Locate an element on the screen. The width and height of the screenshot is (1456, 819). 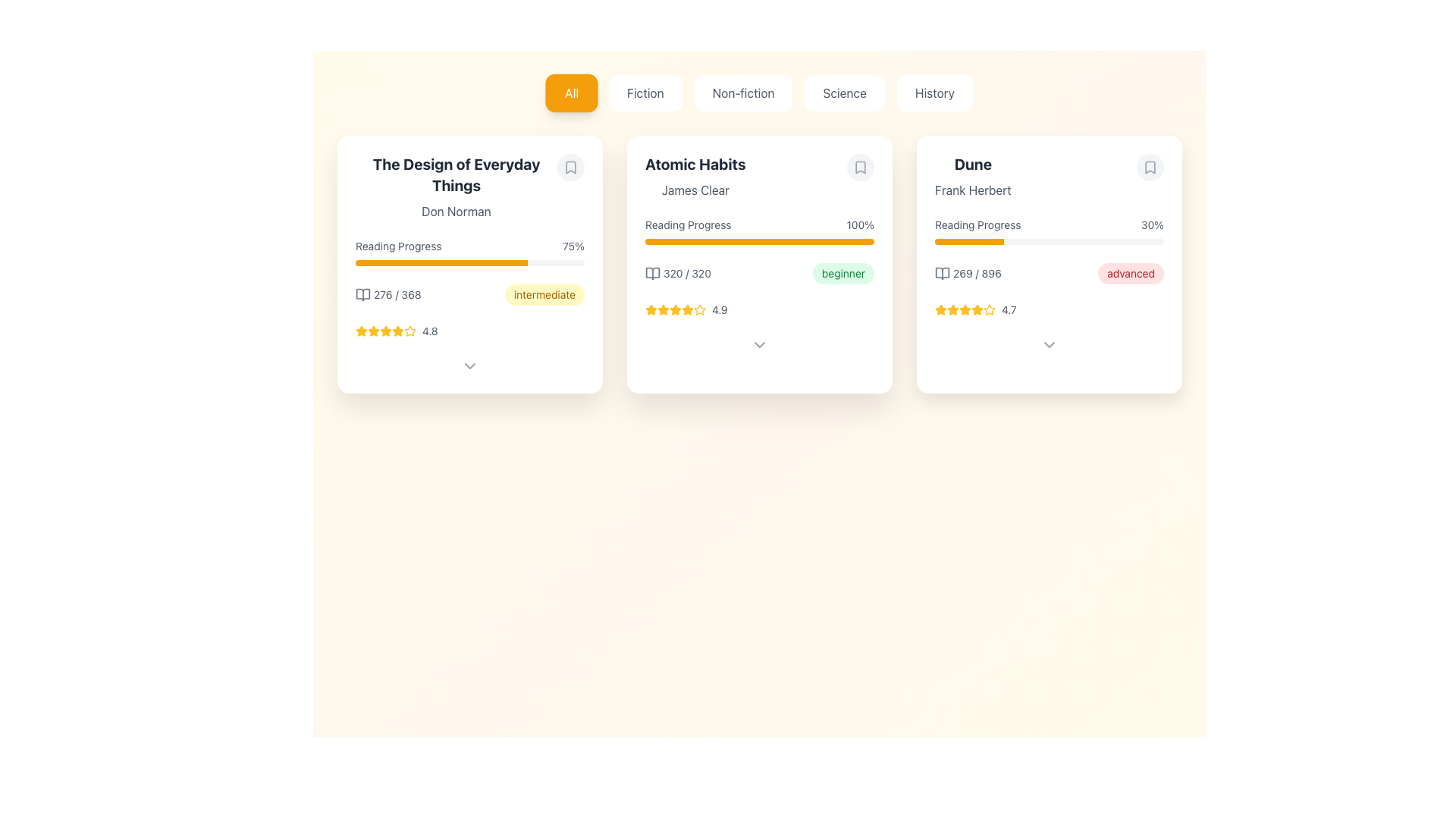
accompanying book icon next to the reading progress text '269 / 896' located in the 'Dune' card, below the reading progress bar is located at coordinates (967, 274).